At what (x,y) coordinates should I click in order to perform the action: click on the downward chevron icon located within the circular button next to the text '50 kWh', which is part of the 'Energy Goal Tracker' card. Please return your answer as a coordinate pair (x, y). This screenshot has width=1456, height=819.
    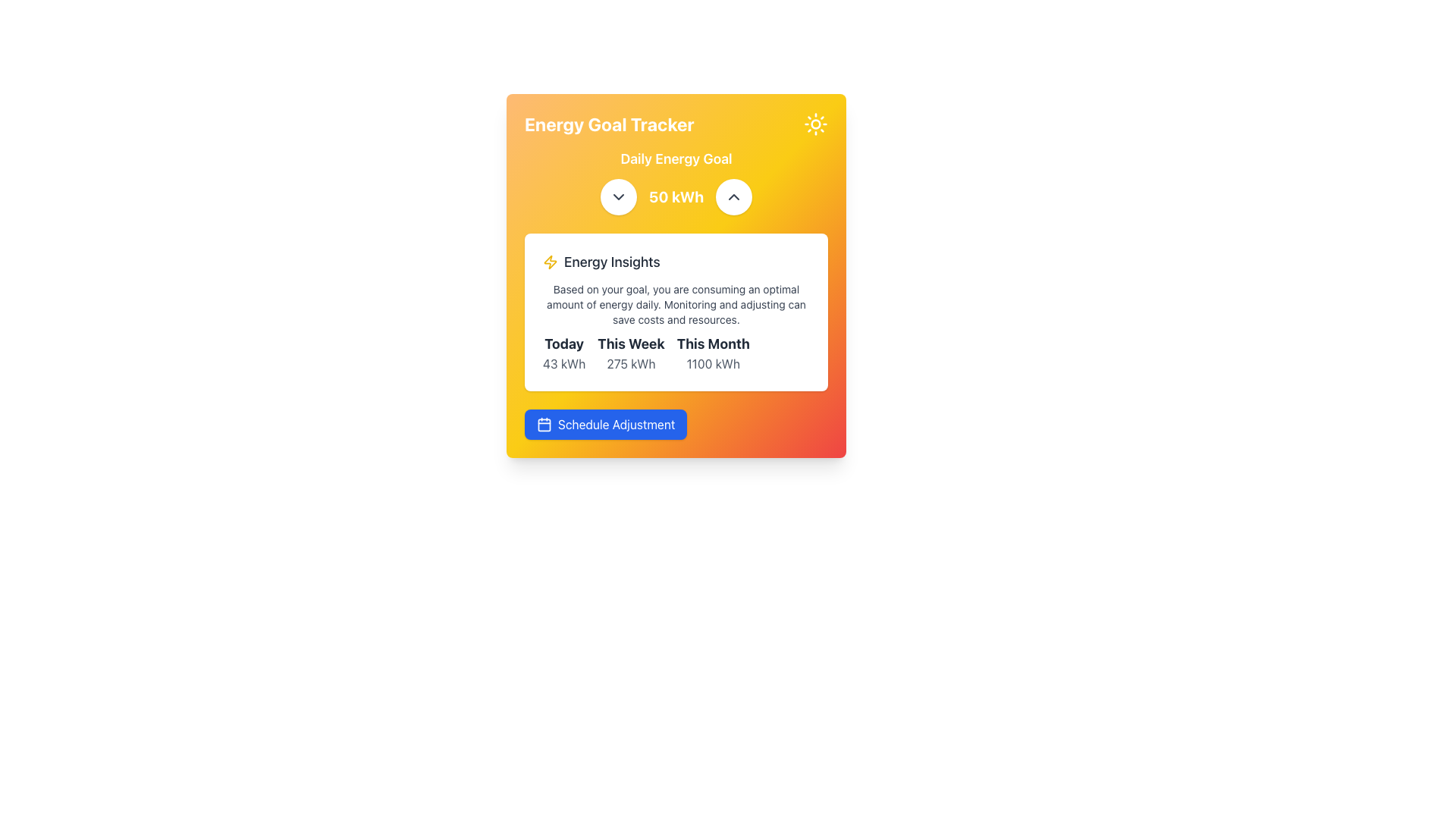
    Looking at the image, I should click on (618, 196).